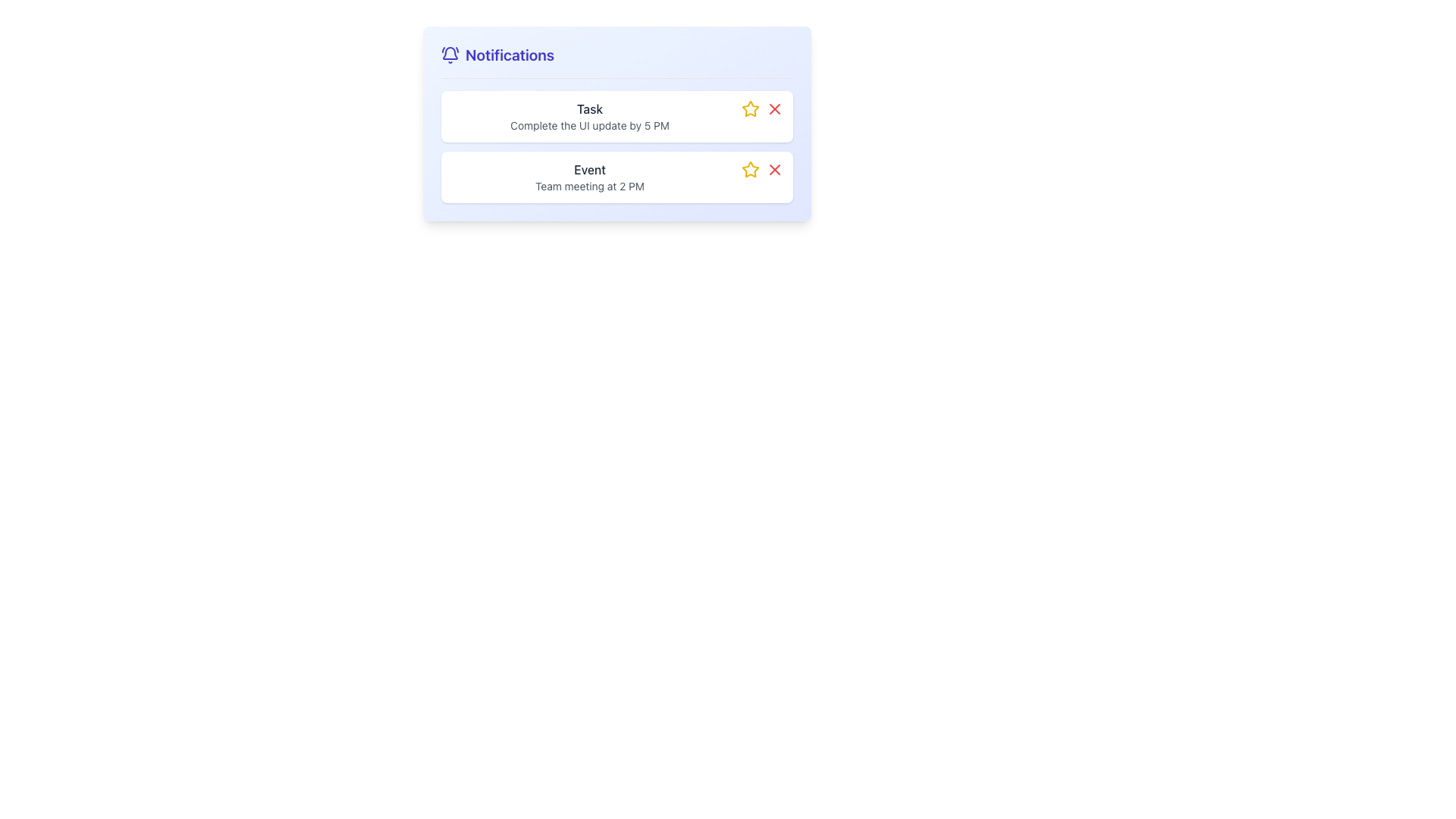 The width and height of the screenshot is (1456, 819). I want to click on the small red 'X' icon button for closing the notification entry of 'Team meeting at 2 PM', so click(775, 169).